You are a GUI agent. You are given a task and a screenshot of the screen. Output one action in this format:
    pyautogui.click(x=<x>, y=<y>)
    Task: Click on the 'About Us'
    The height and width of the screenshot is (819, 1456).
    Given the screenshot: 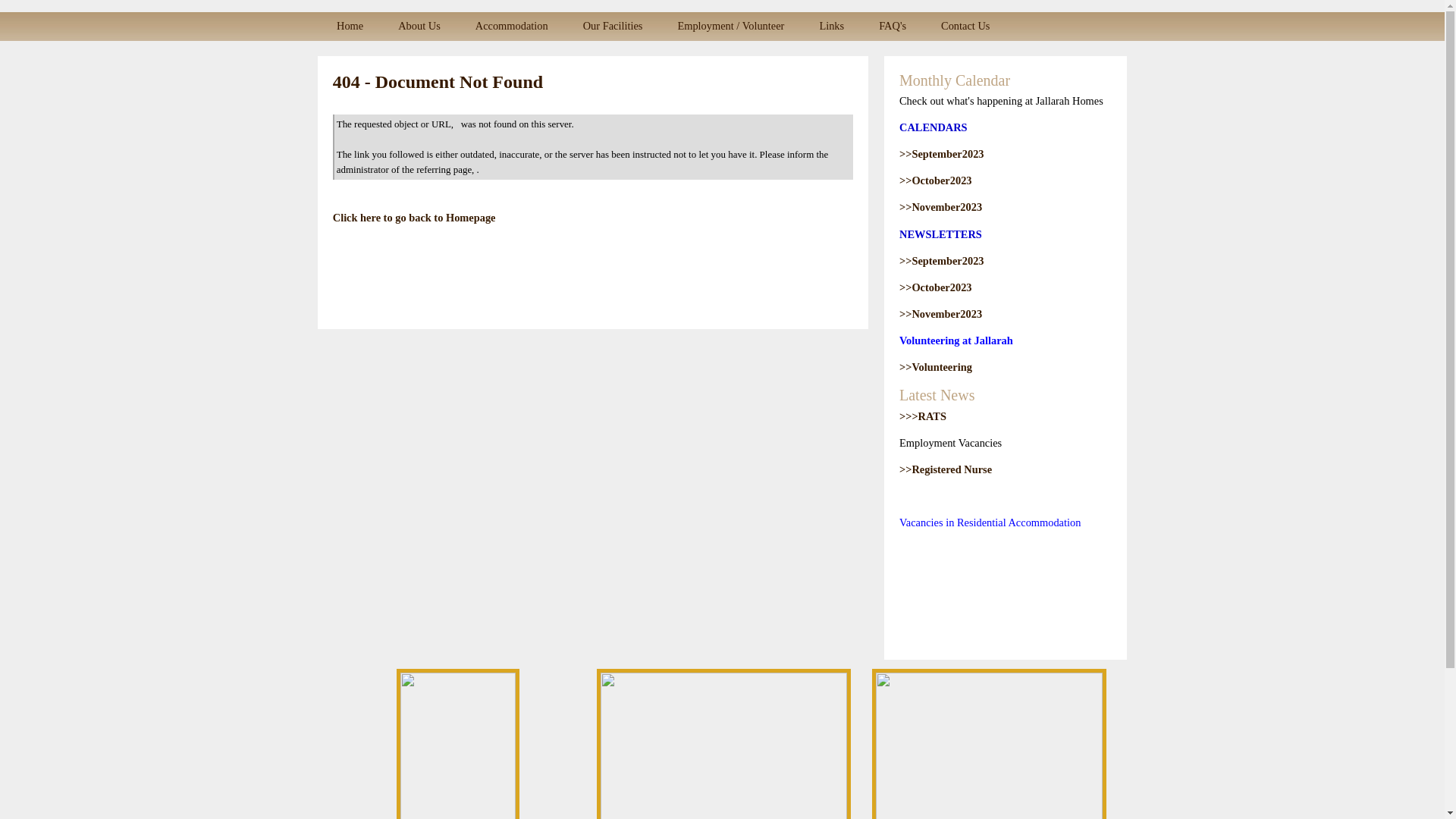 What is the action you would take?
    pyautogui.click(x=419, y=26)
    